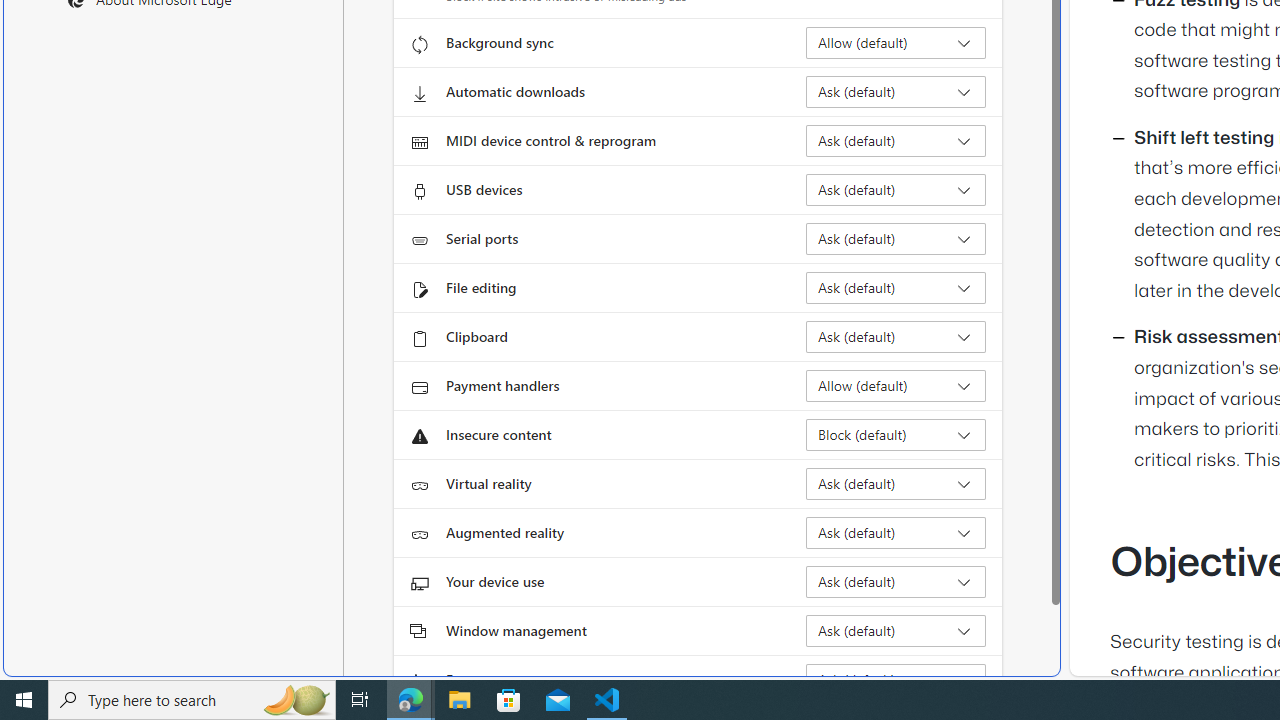 The height and width of the screenshot is (720, 1280). What do you see at coordinates (895, 582) in the screenshot?
I see `'Your device use Ask (default)'` at bounding box center [895, 582].